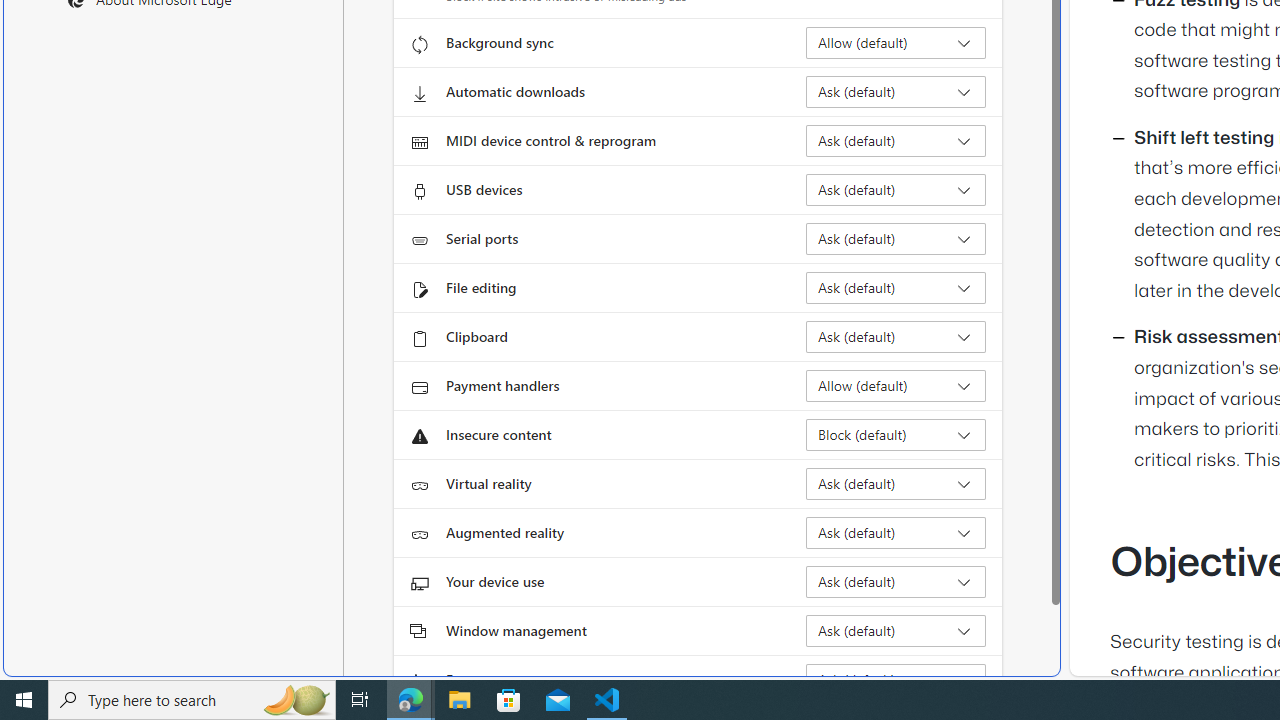 The height and width of the screenshot is (720, 1280). What do you see at coordinates (895, 582) in the screenshot?
I see `'Your device use Ask (default)'` at bounding box center [895, 582].